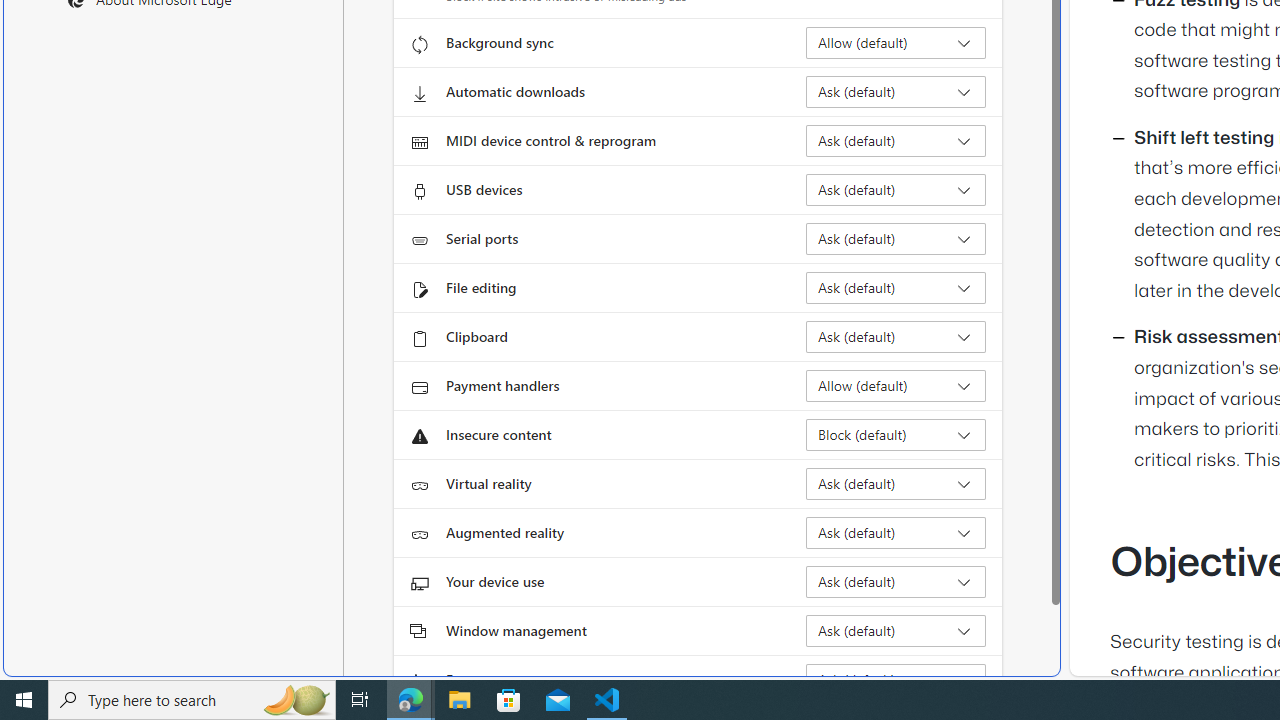 The height and width of the screenshot is (720, 1280). What do you see at coordinates (895, 582) in the screenshot?
I see `'Your device use Ask (default)'` at bounding box center [895, 582].